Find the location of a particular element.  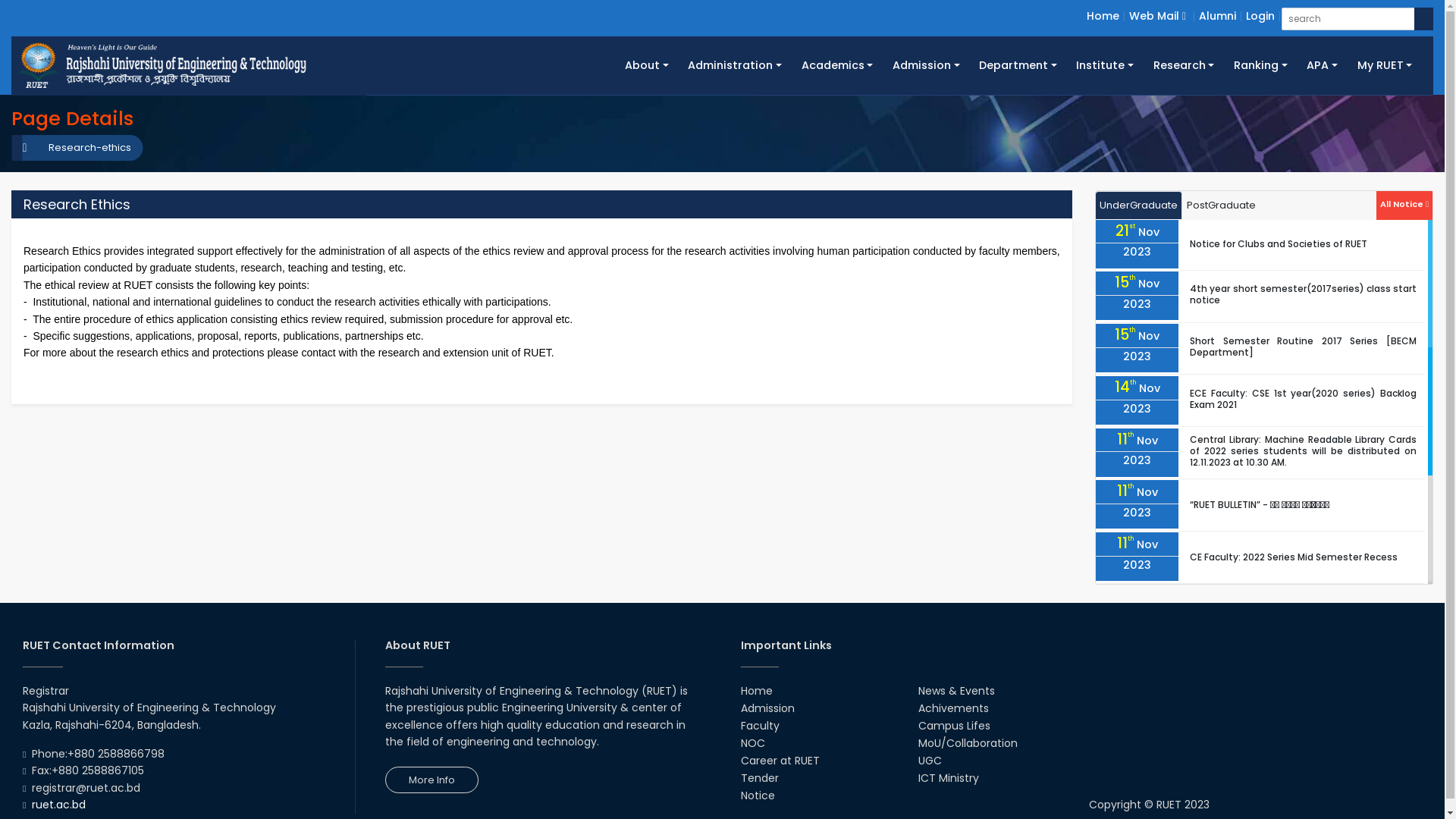

'Faculty' is located at coordinates (759, 724).